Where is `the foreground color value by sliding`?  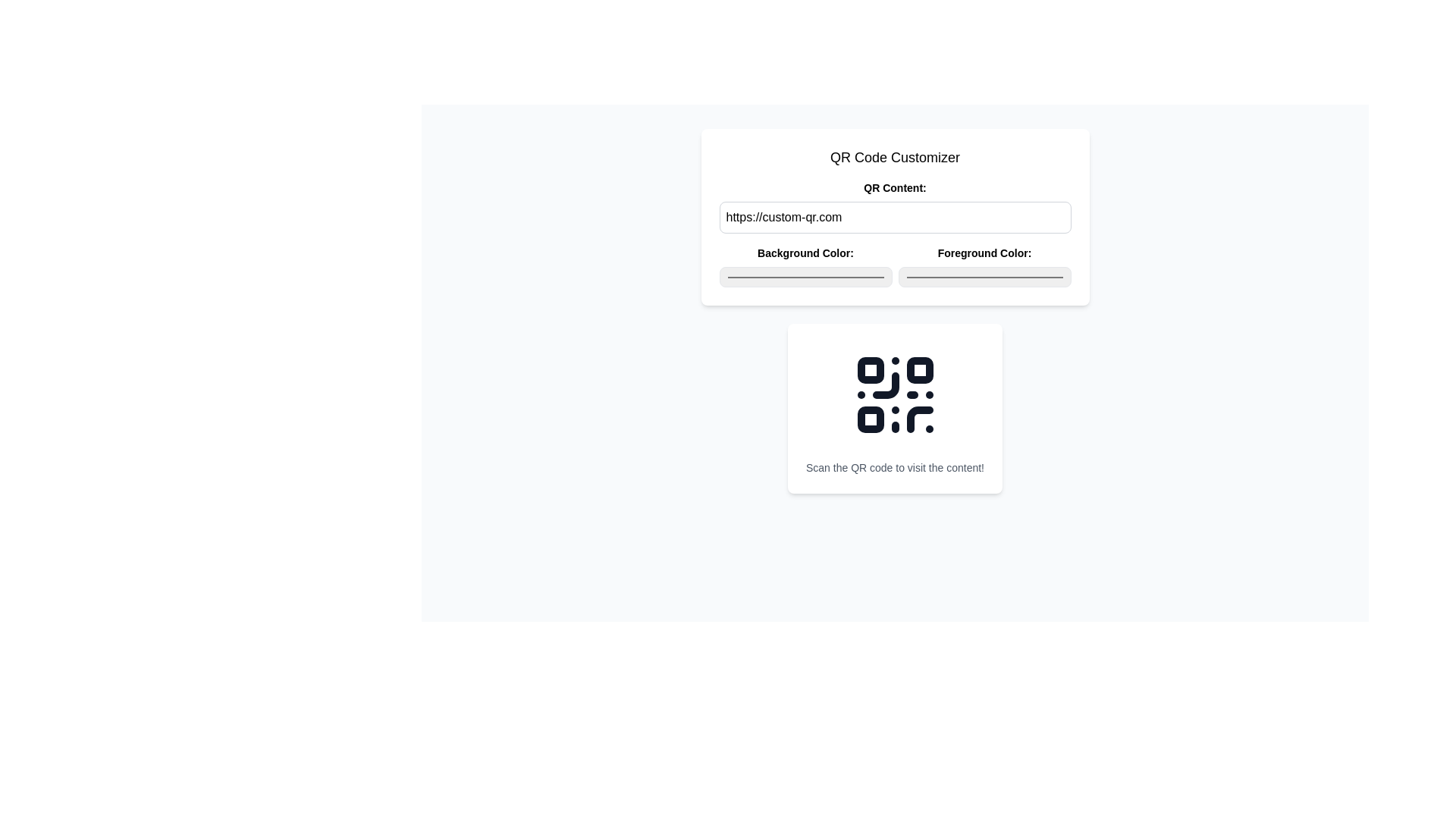
the foreground color value by sliding is located at coordinates (934, 277).